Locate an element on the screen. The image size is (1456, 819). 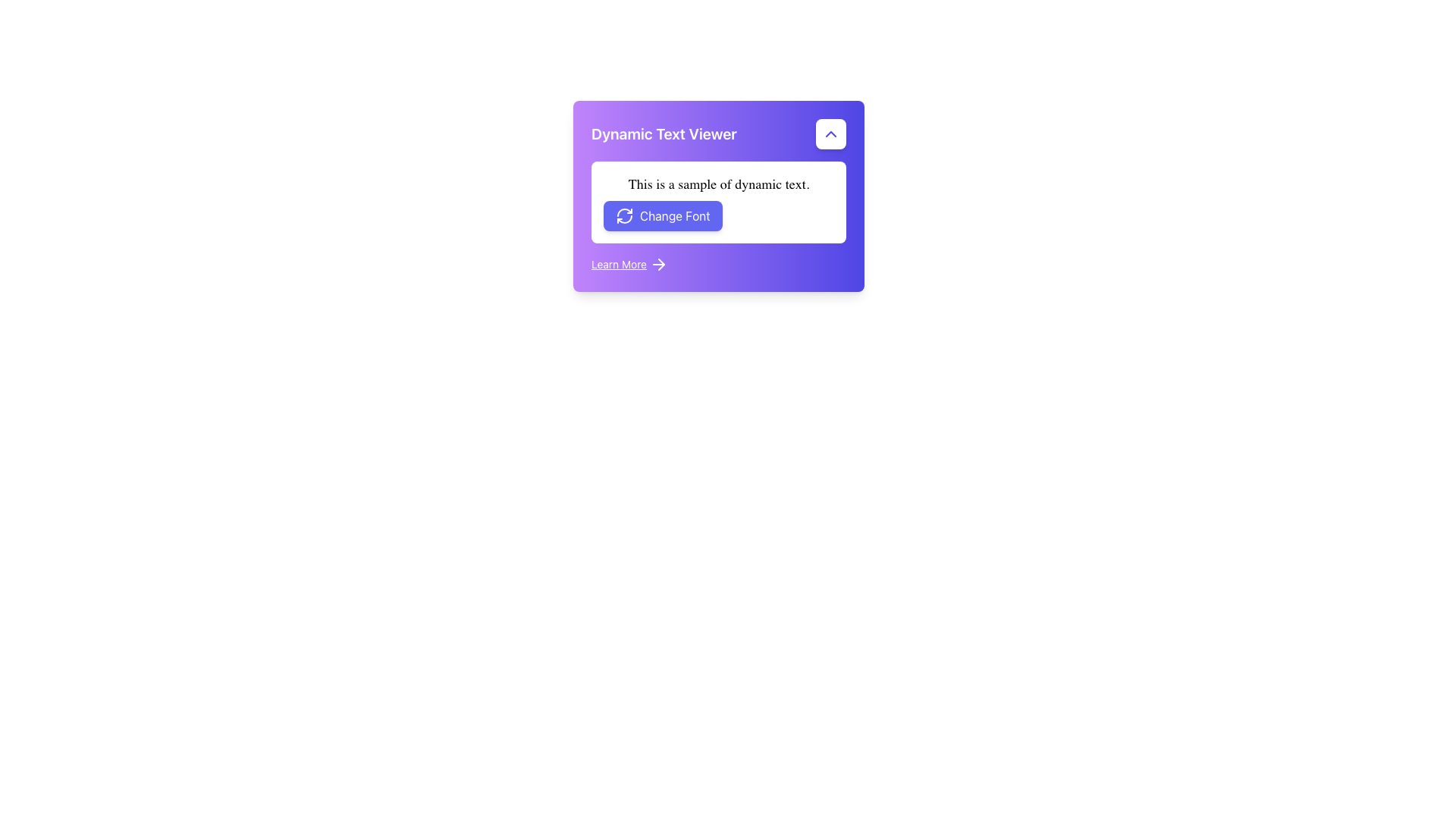
the decorative icon located to the left of the 'Change Font' text within the button in the 'Dynamic Text Viewer' card is located at coordinates (625, 216).